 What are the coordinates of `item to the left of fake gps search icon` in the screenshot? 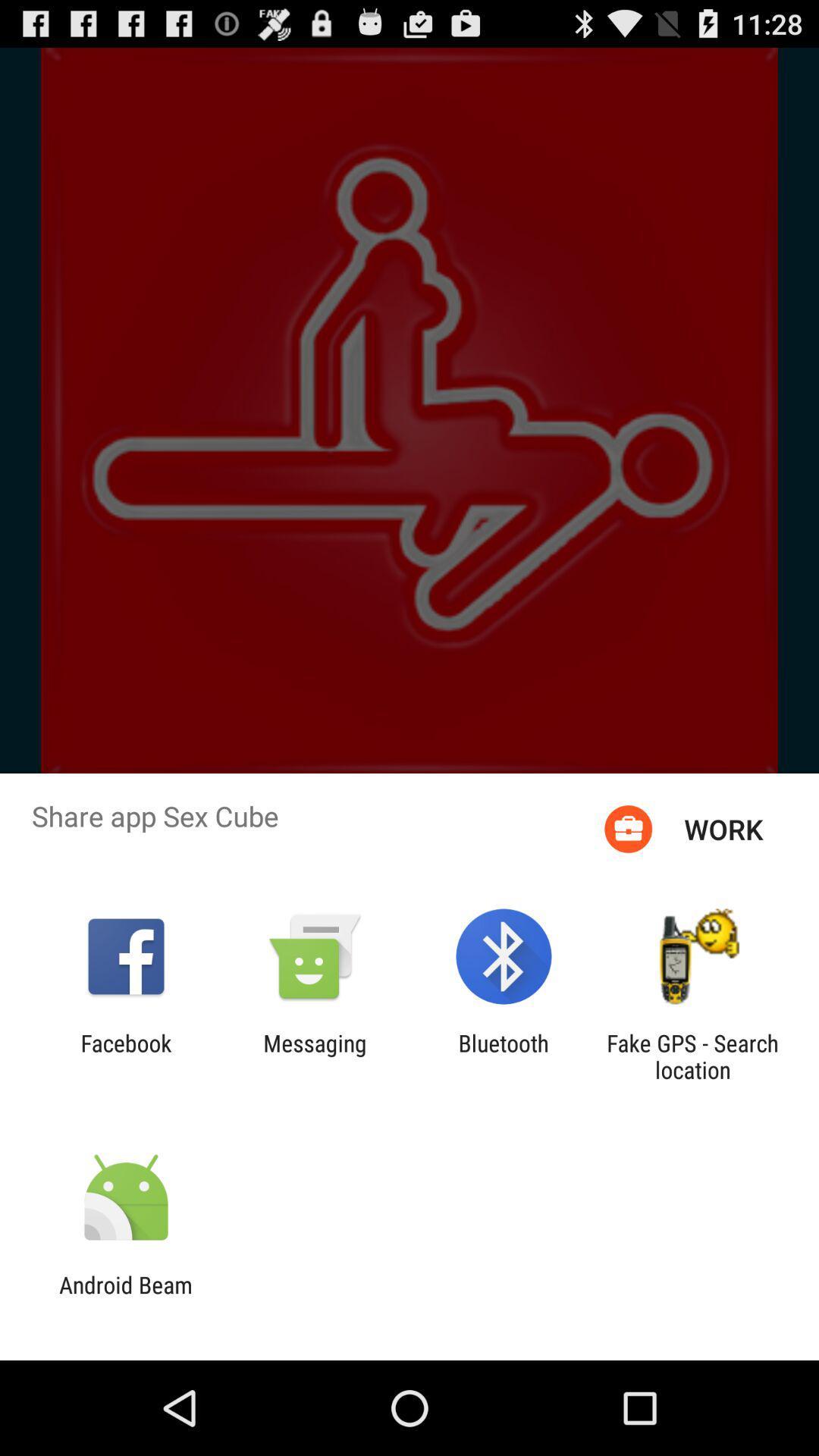 It's located at (504, 1056).